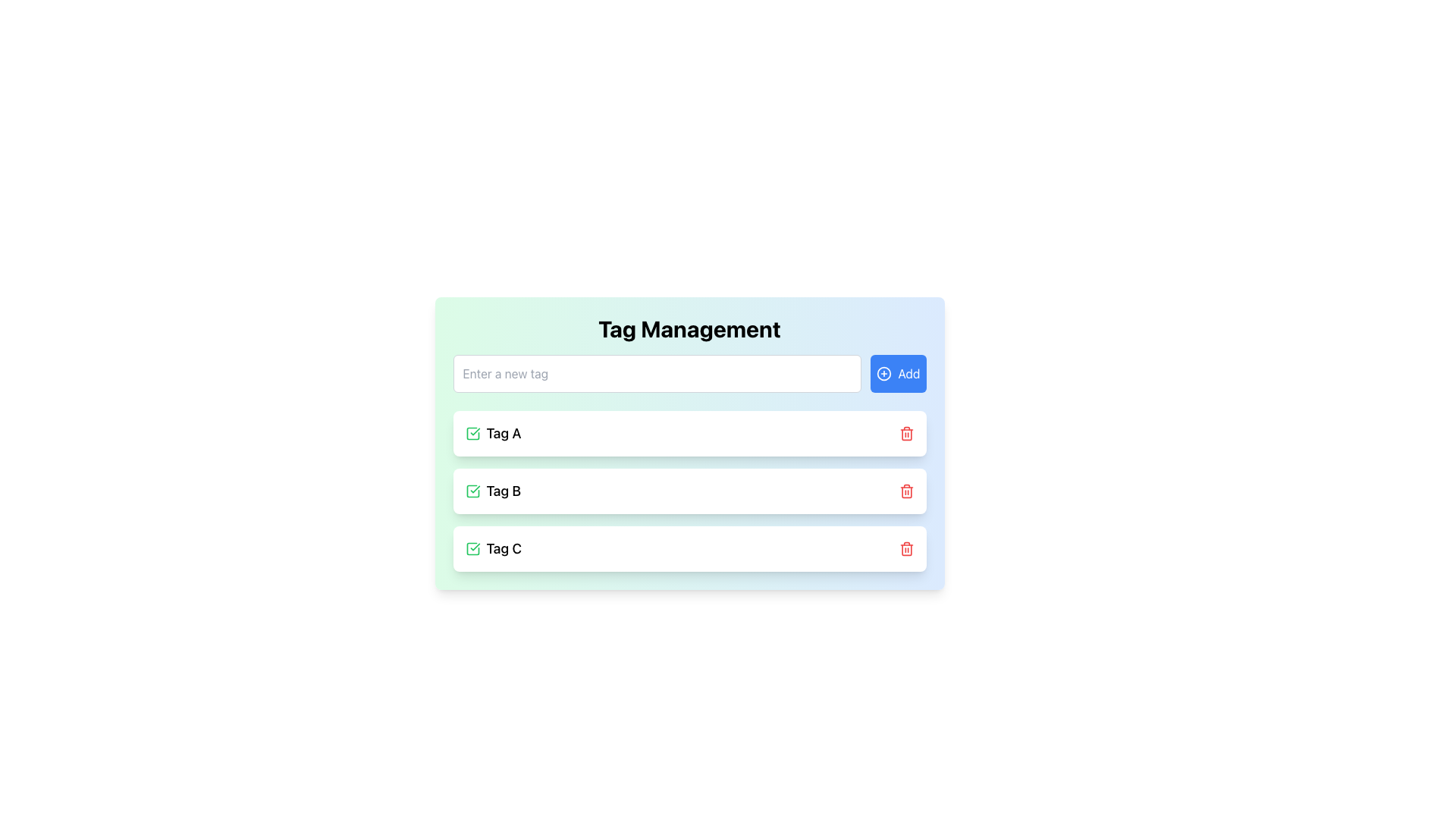 The width and height of the screenshot is (1456, 819). Describe the element at coordinates (689, 491) in the screenshot. I see `the 'Tag B' section, which is the second element in a series of three, located below 'Tag A' and above 'Tag C'` at that location.